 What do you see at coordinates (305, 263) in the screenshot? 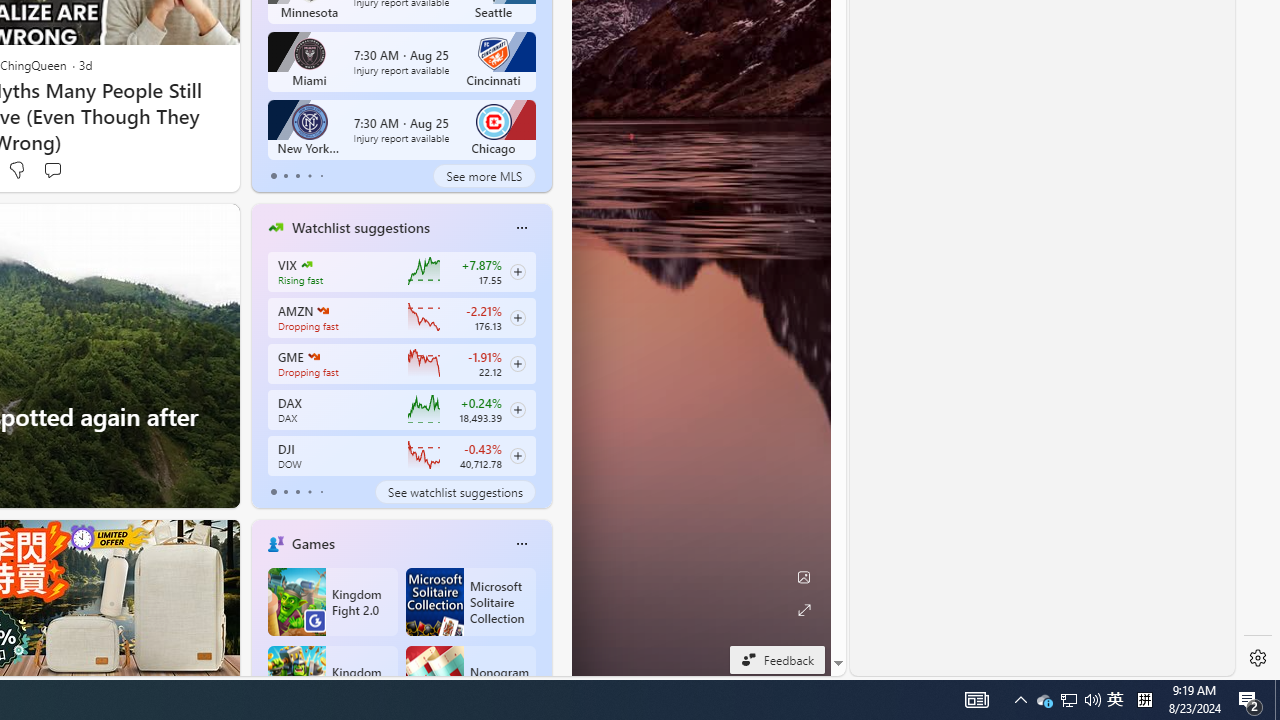
I see `'CBOE Market Volatility Index'` at bounding box center [305, 263].